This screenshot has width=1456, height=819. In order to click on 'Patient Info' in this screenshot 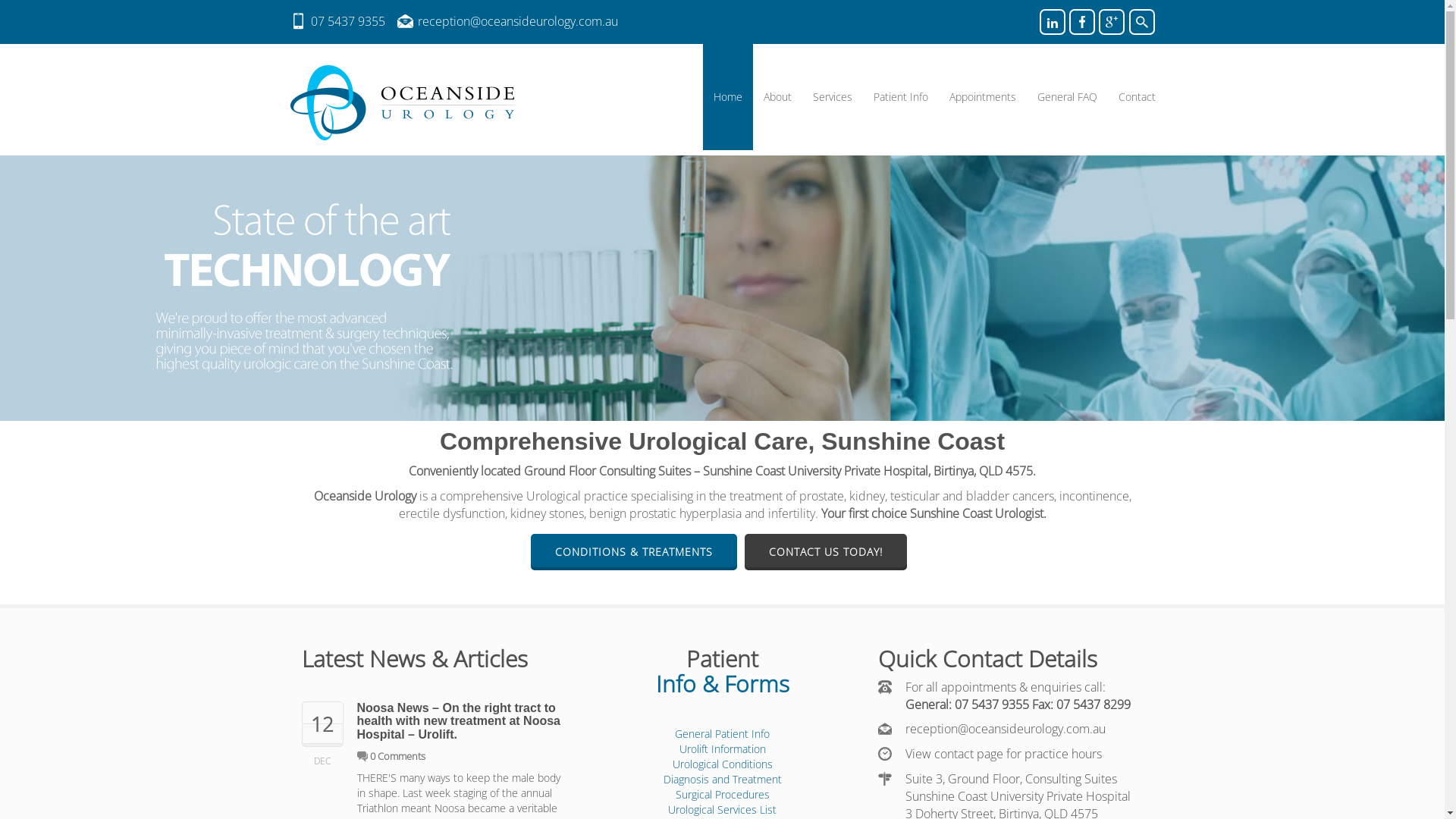, I will do `click(900, 96)`.